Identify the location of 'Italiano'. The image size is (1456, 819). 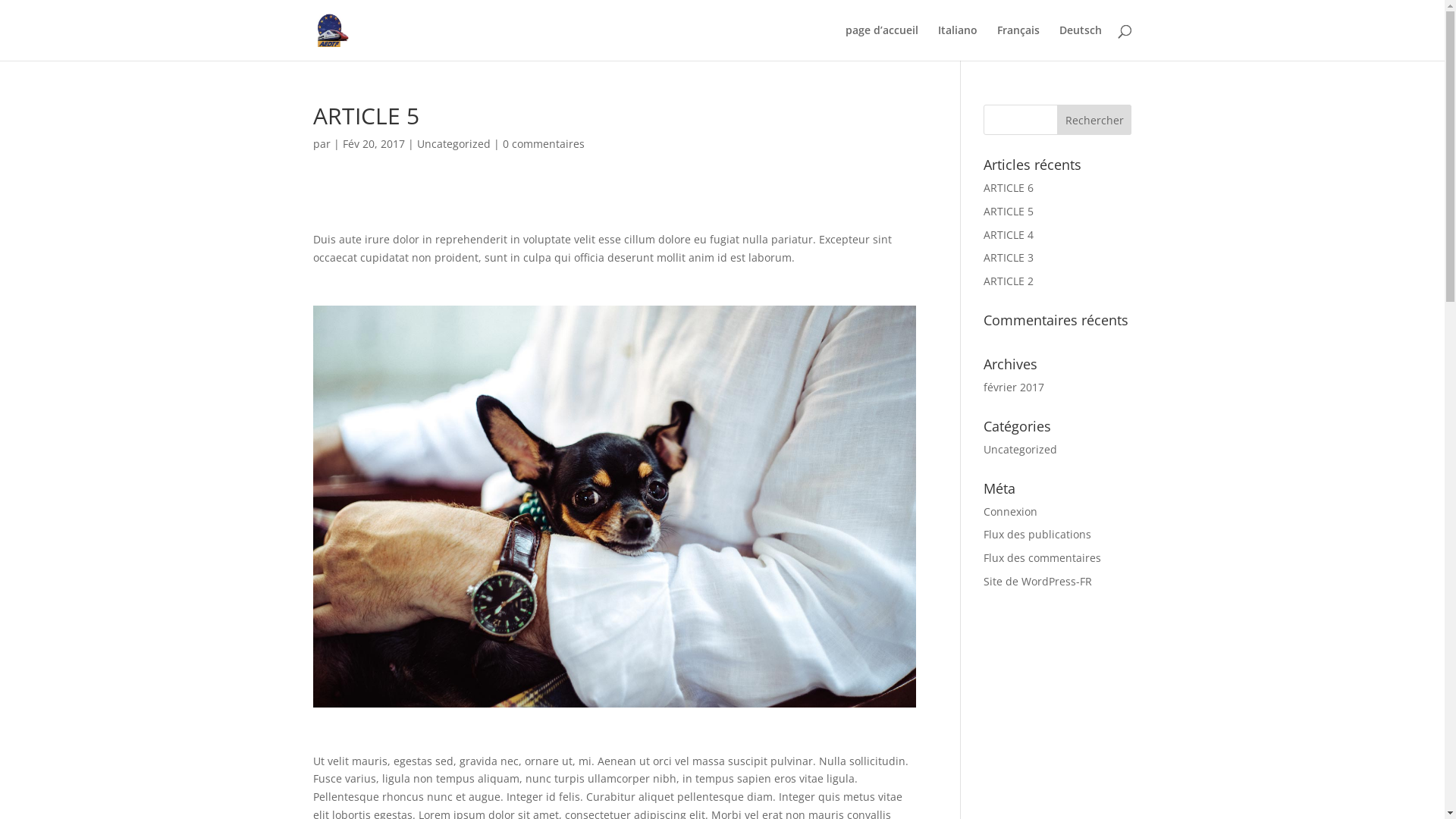
(956, 42).